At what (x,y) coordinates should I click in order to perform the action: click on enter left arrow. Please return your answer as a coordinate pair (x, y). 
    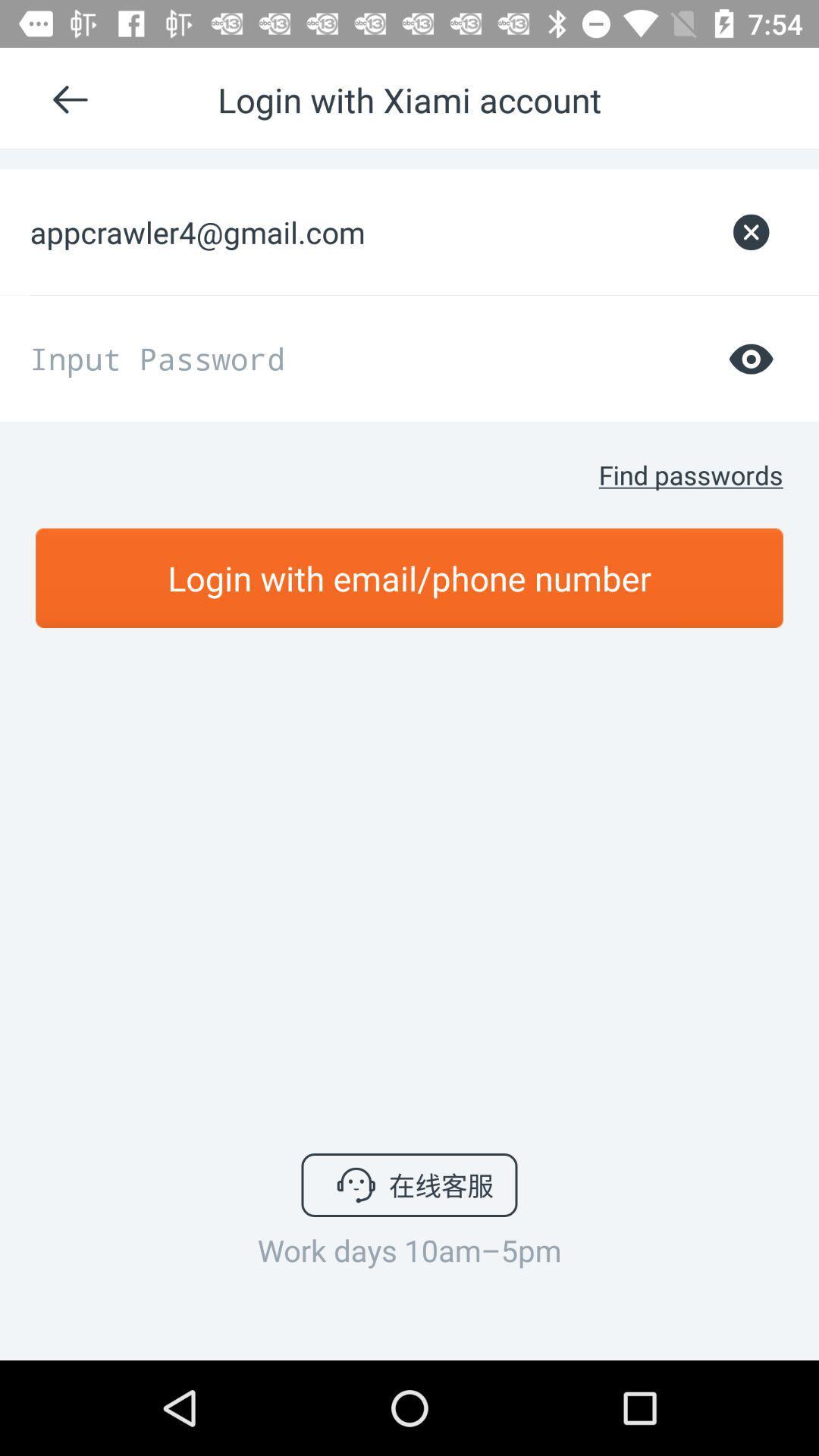
    Looking at the image, I should click on (70, 98).